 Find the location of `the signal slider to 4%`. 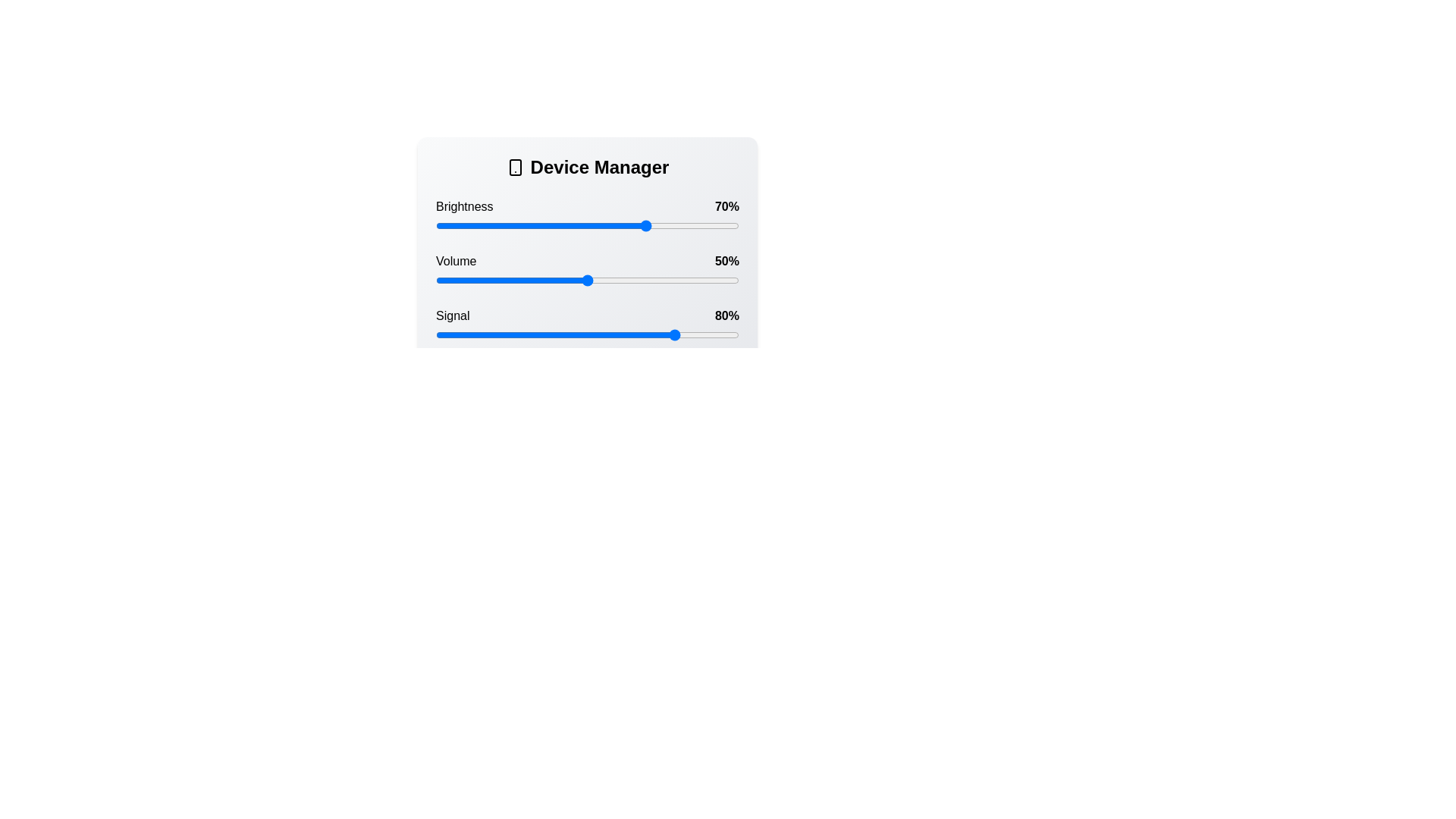

the signal slider to 4% is located at coordinates (447, 334).